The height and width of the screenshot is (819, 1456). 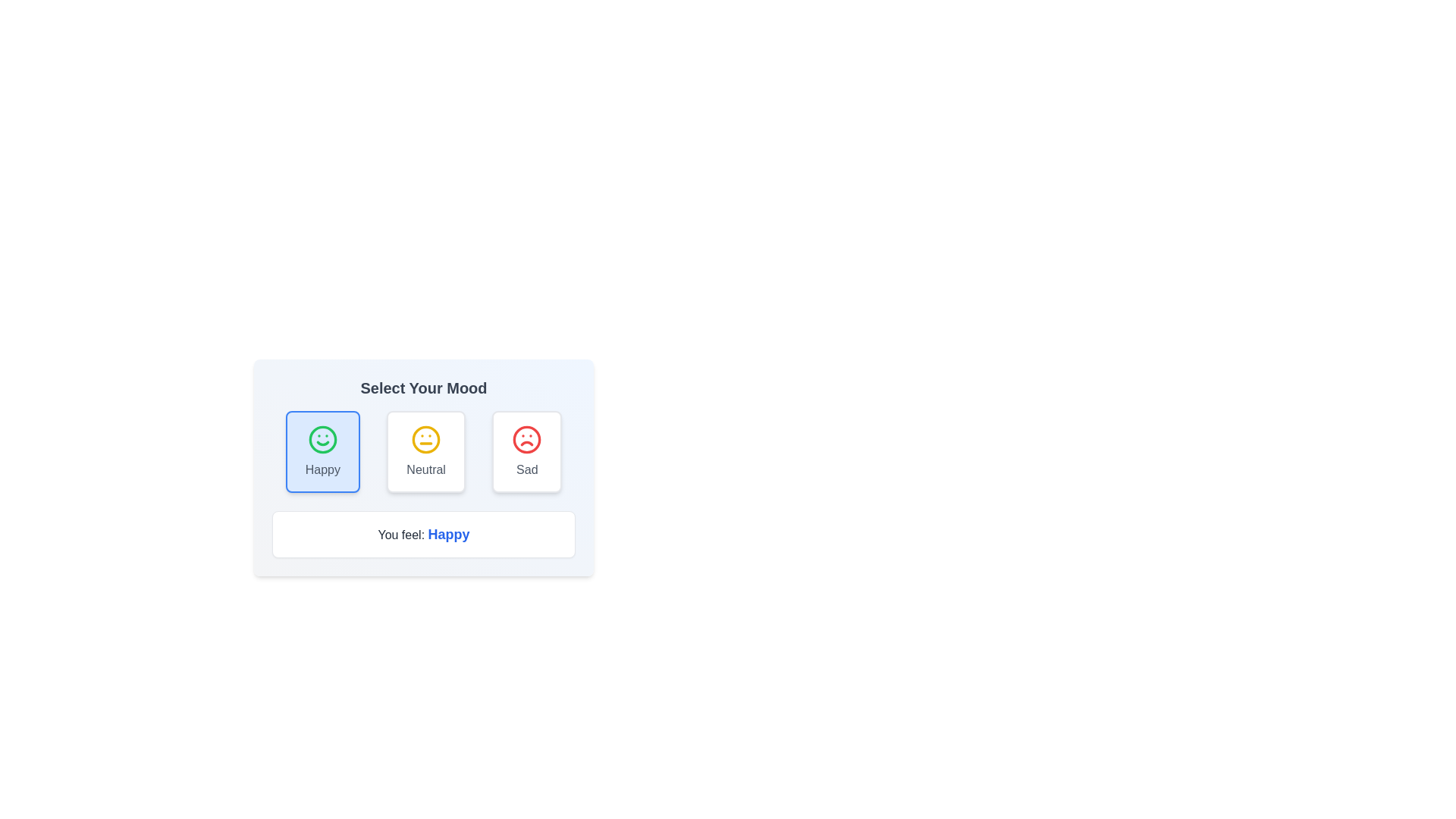 What do you see at coordinates (425, 439) in the screenshot?
I see `the circular outer boundary of the neutral face emoji, which is located at the center of the 'Neutral' mood selection button` at bounding box center [425, 439].